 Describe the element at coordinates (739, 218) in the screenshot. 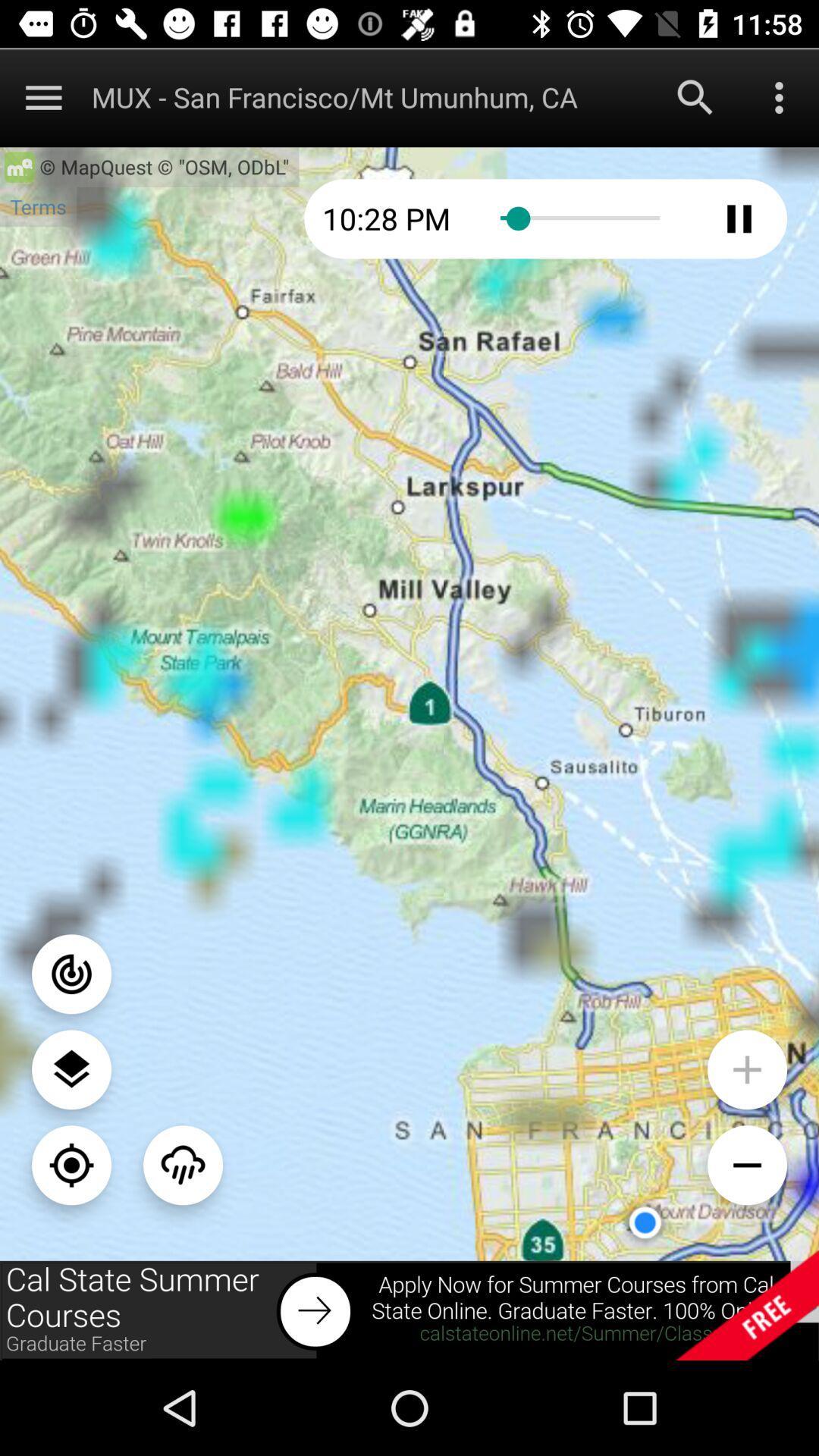

I see `play option` at that location.